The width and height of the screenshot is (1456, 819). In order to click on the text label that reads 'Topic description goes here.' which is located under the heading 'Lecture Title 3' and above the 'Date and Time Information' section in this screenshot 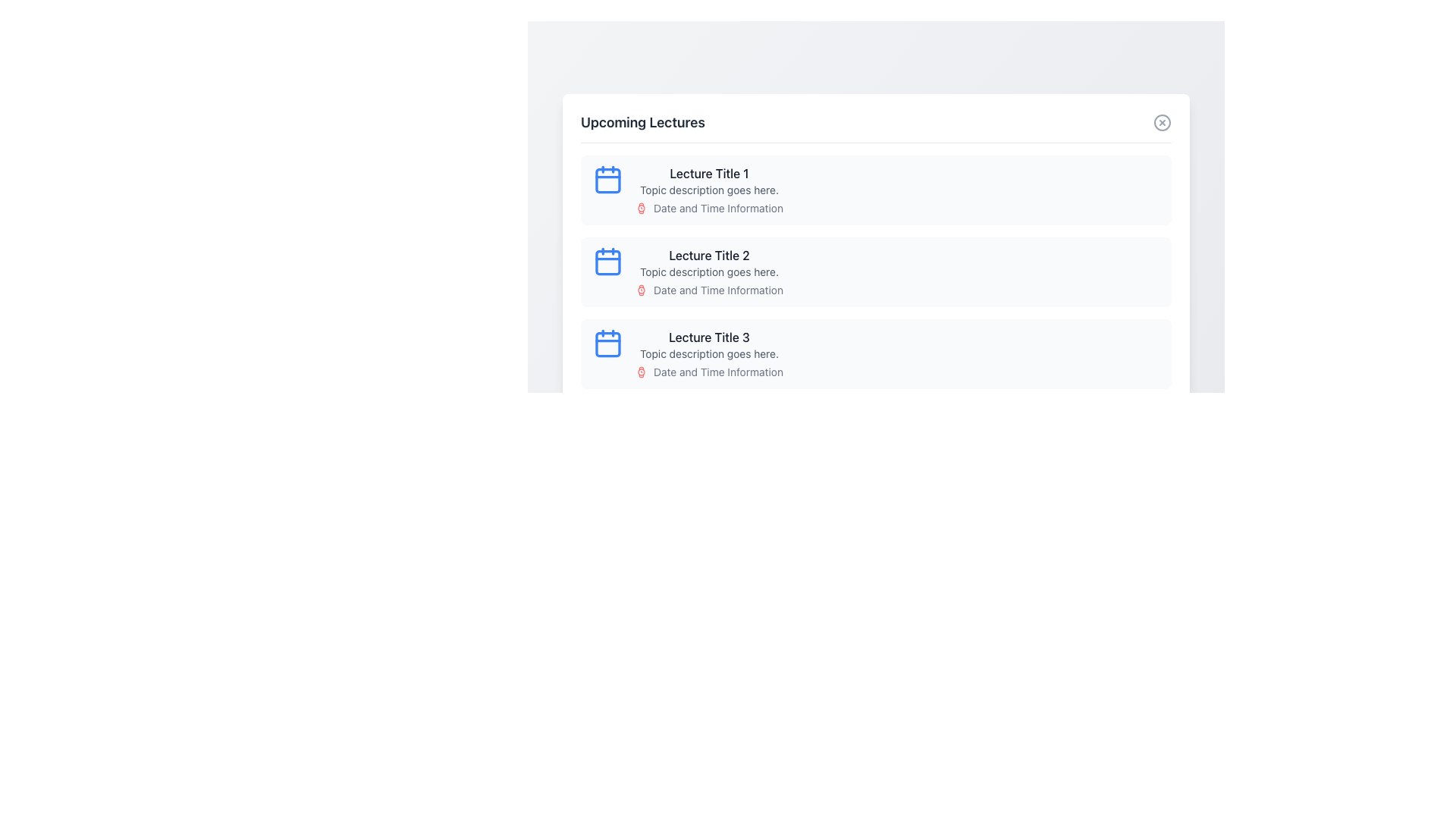, I will do `click(708, 353)`.